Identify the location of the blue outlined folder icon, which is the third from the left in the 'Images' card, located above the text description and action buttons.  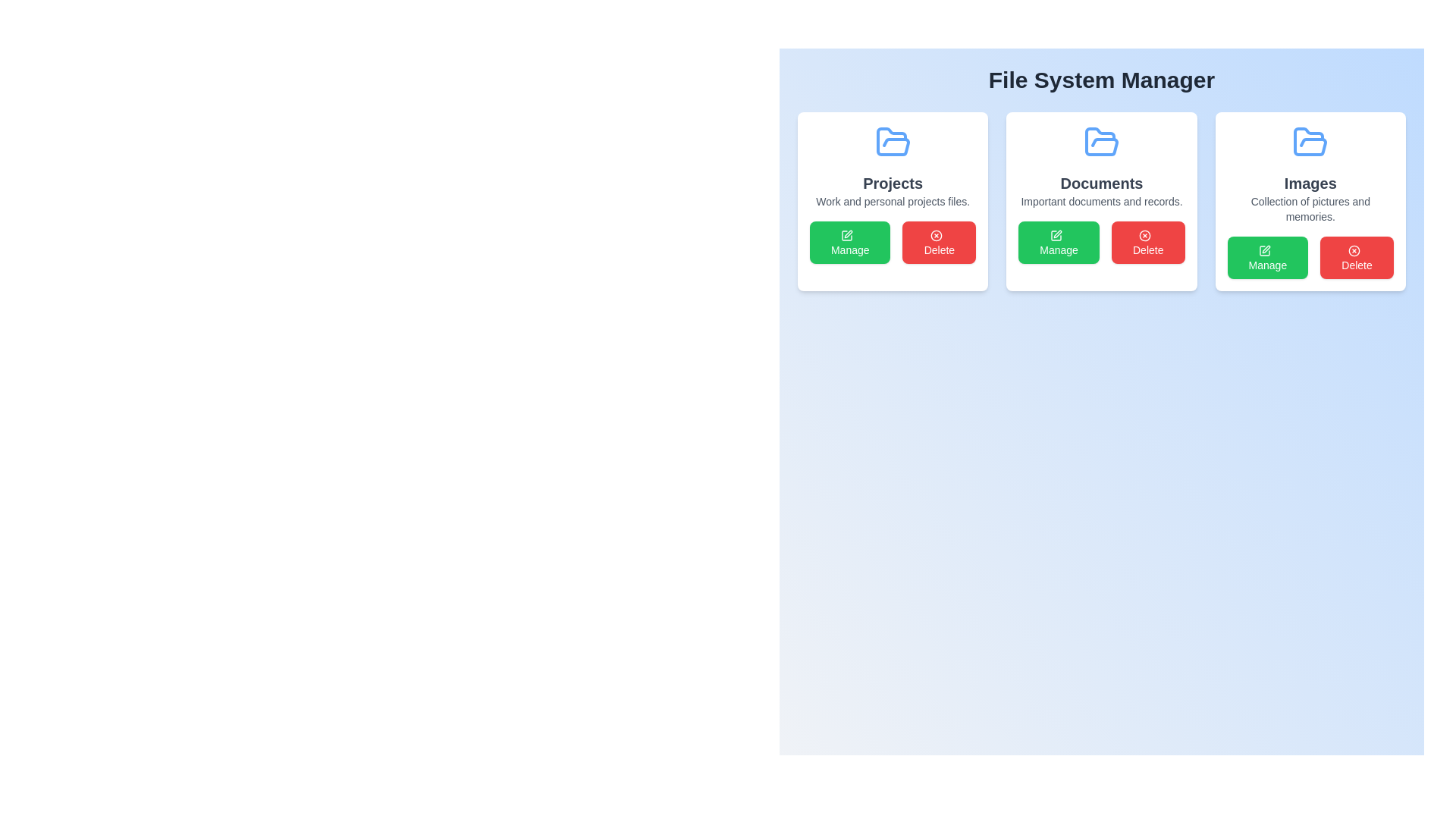
(1310, 141).